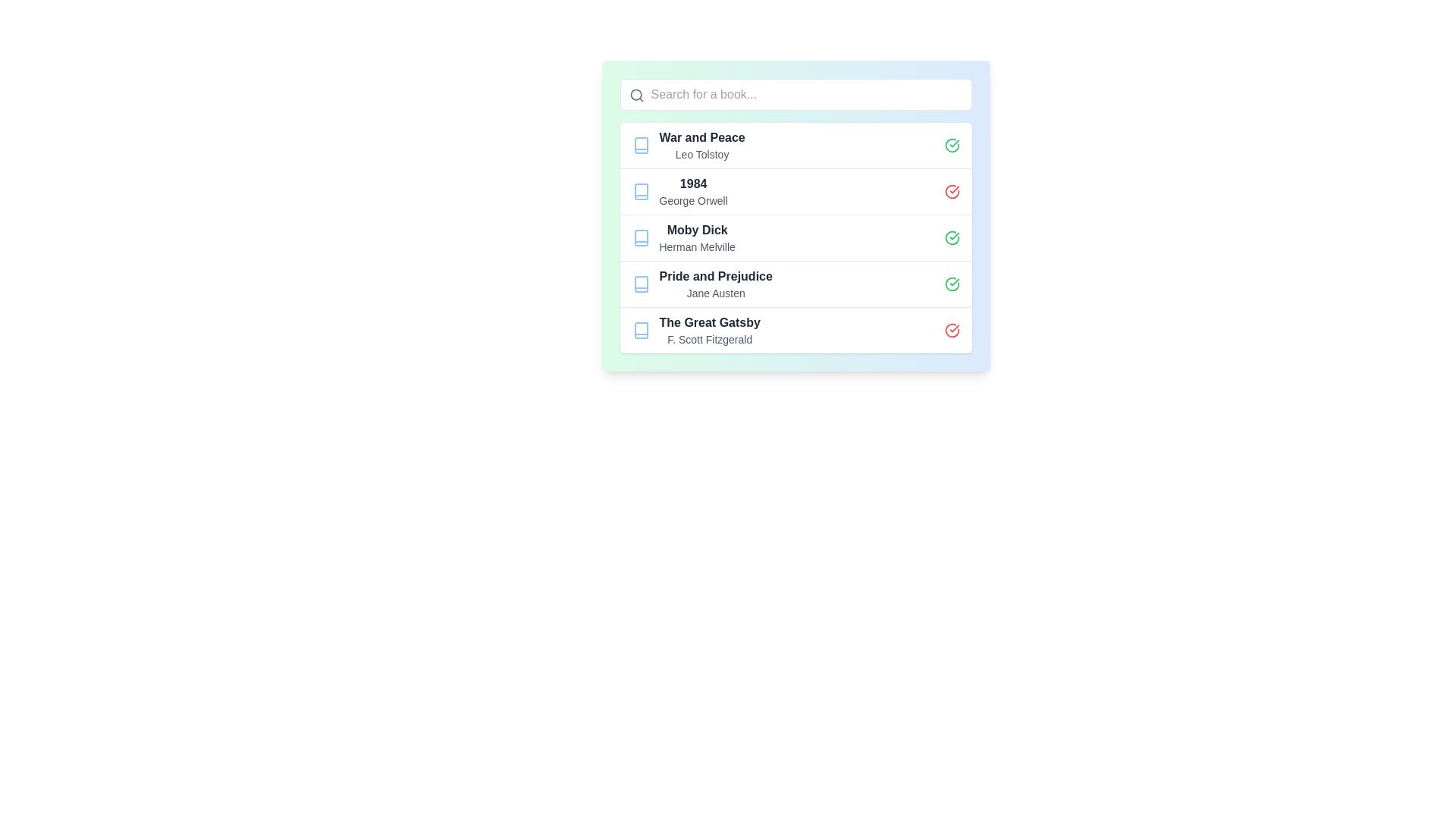 Image resolution: width=1456 pixels, height=819 pixels. Describe the element at coordinates (951, 329) in the screenshot. I see `the circular checkmark icon on the far right of the row labeled 'The Great Gatsby' authored by 'F. Scott Fitzgerald' to interact with it` at that location.